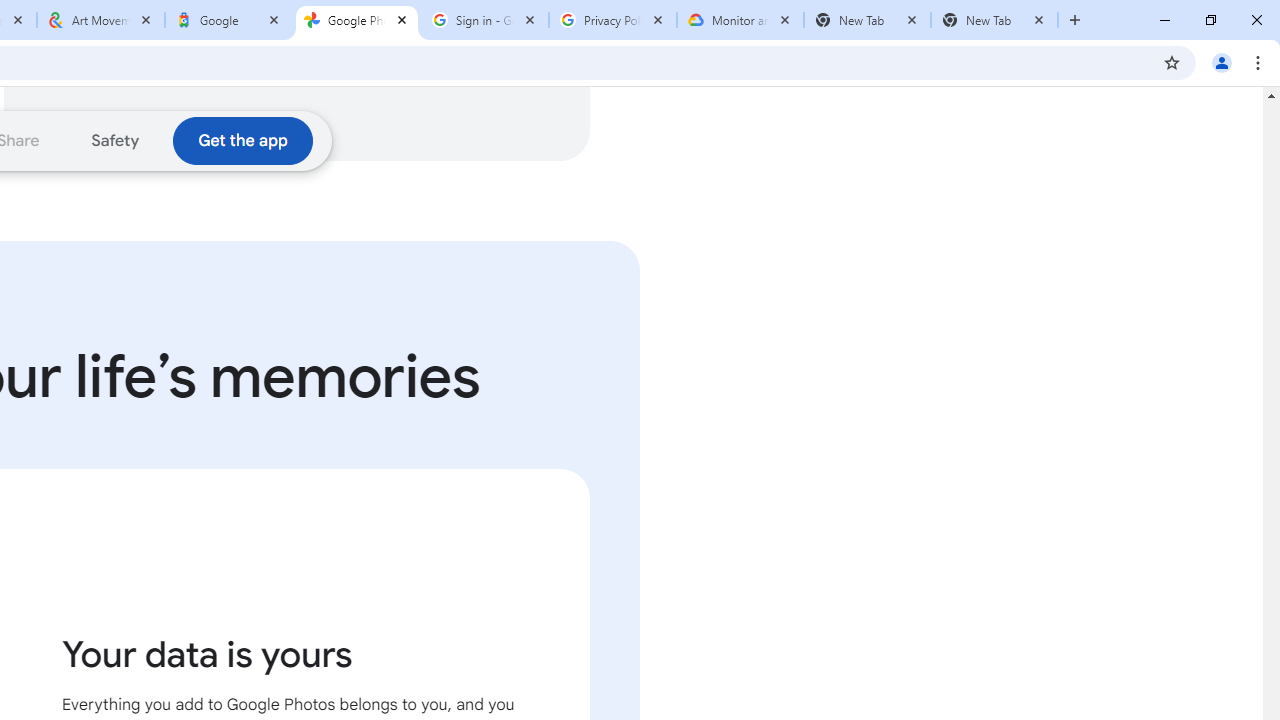 The image size is (1280, 720). Describe the element at coordinates (114, 139) in the screenshot. I see `'Go to section: Safety'` at that location.